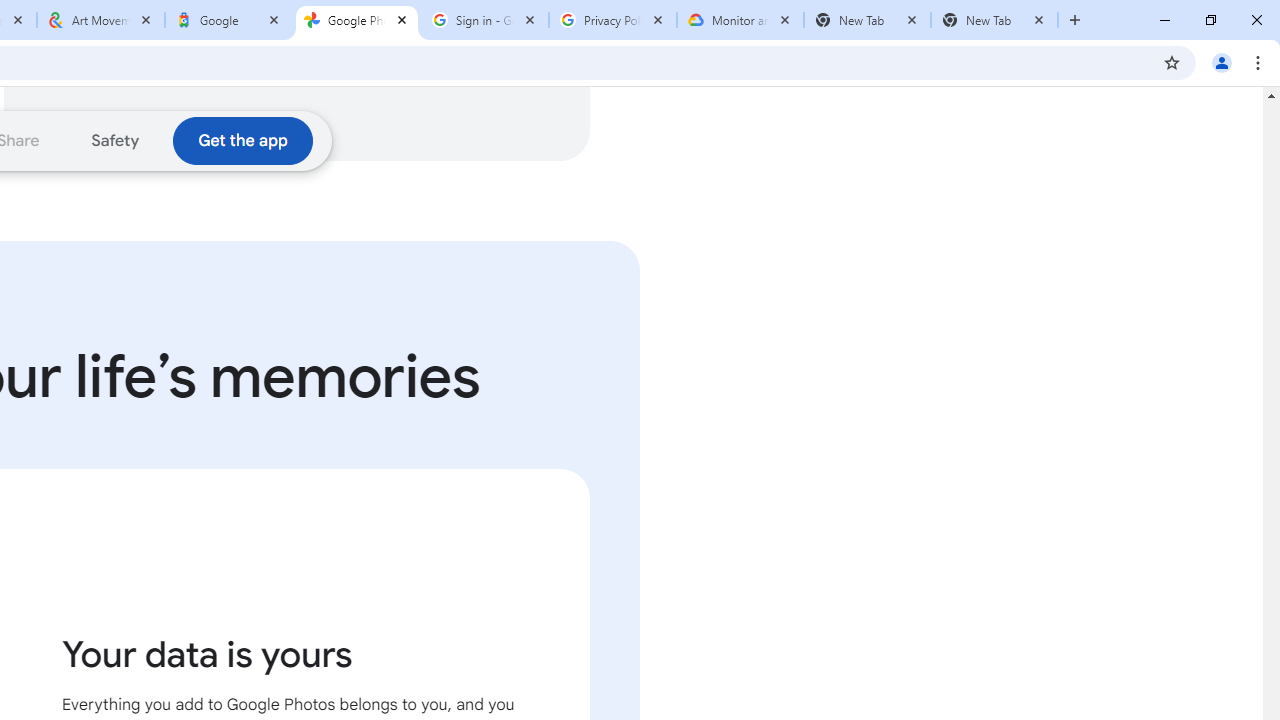 The image size is (1280, 720). Describe the element at coordinates (114, 139) in the screenshot. I see `'Go to section: Safety'` at that location.